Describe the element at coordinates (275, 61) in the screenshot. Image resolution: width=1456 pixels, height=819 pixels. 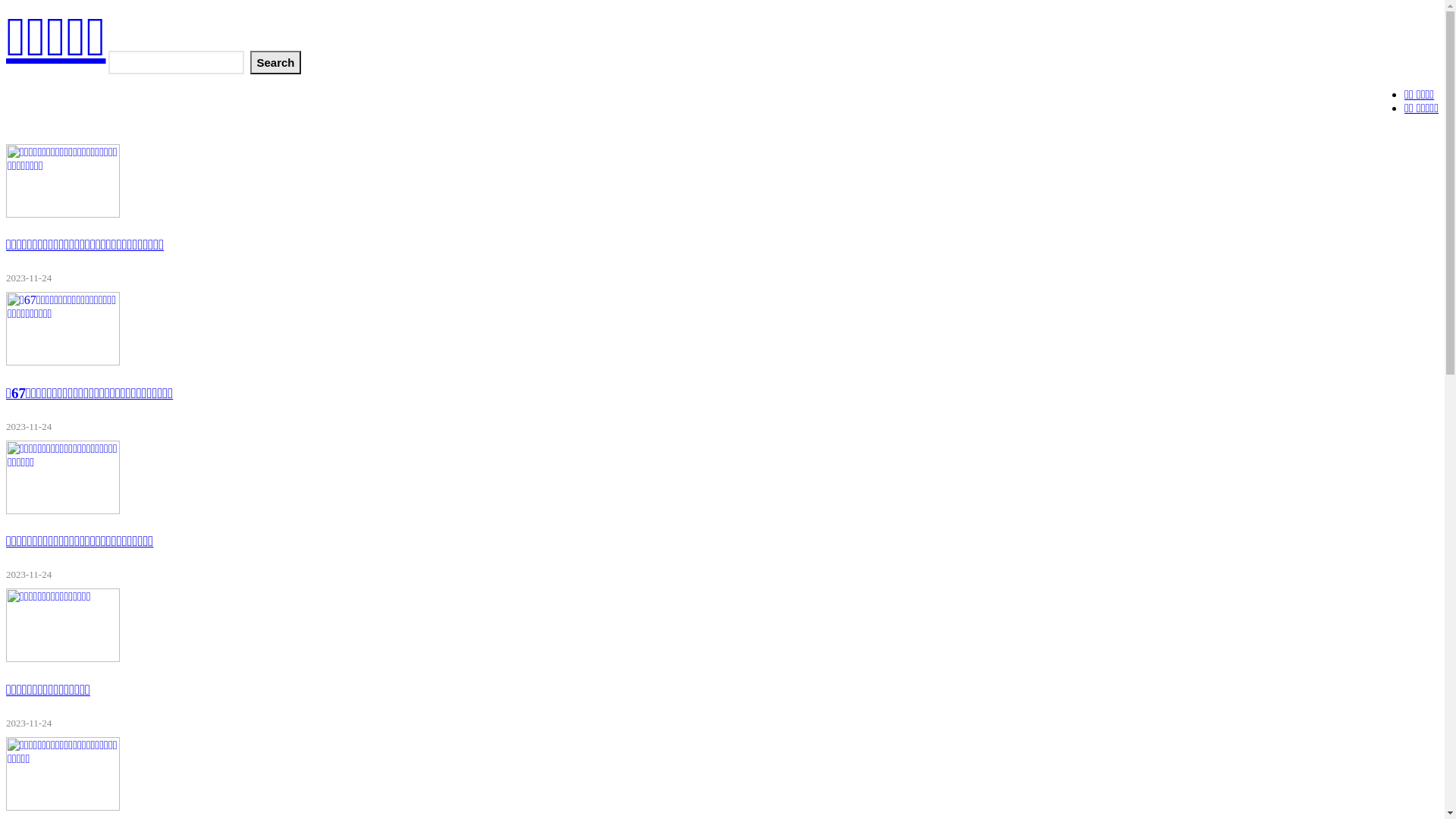
I see `'Search'` at that location.